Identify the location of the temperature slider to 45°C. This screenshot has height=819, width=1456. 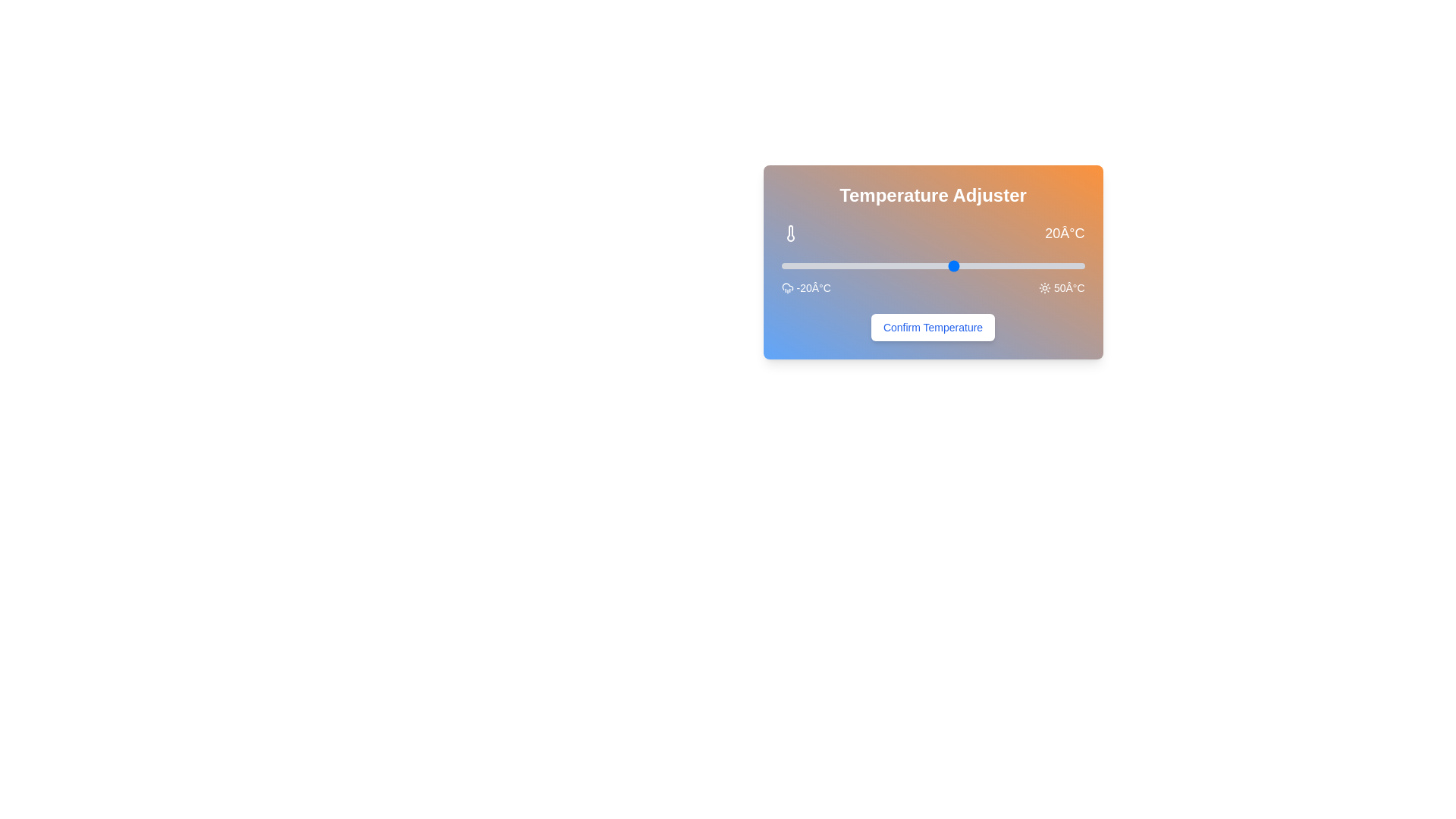
(1062, 265).